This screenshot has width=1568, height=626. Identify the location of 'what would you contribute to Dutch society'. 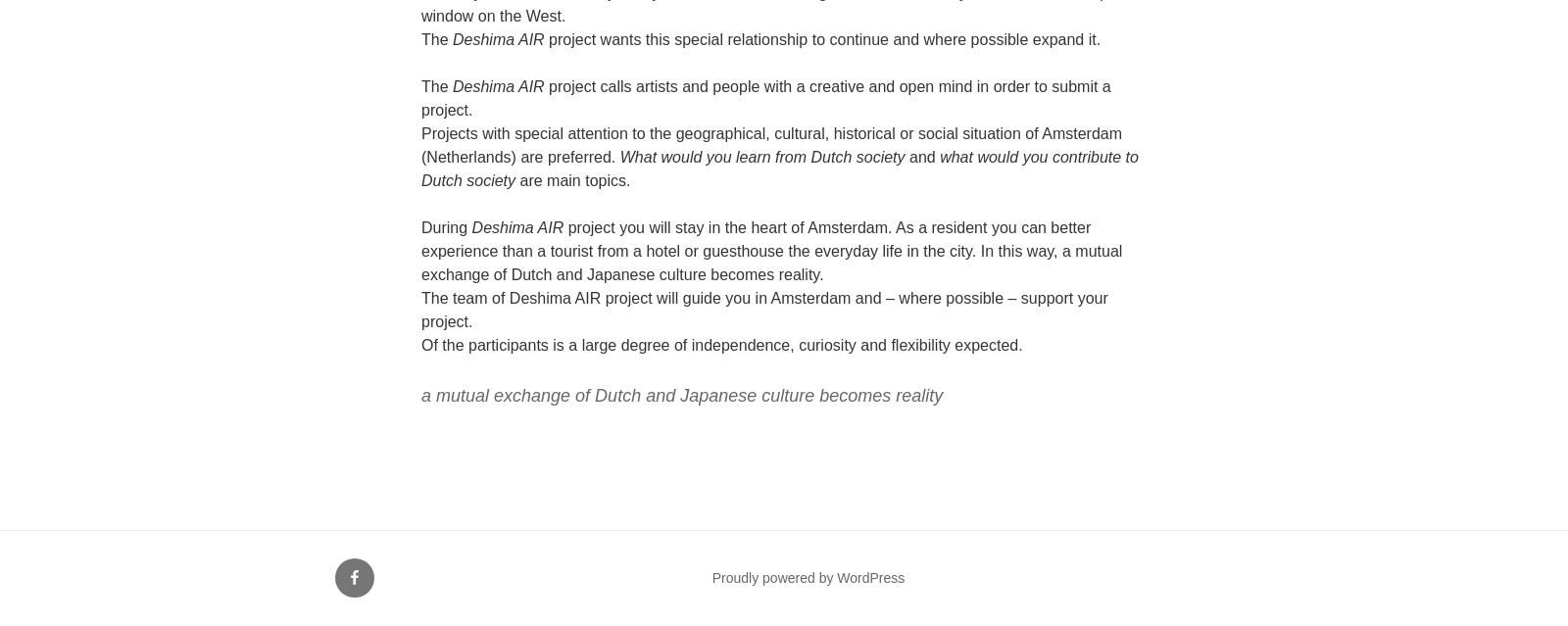
(779, 169).